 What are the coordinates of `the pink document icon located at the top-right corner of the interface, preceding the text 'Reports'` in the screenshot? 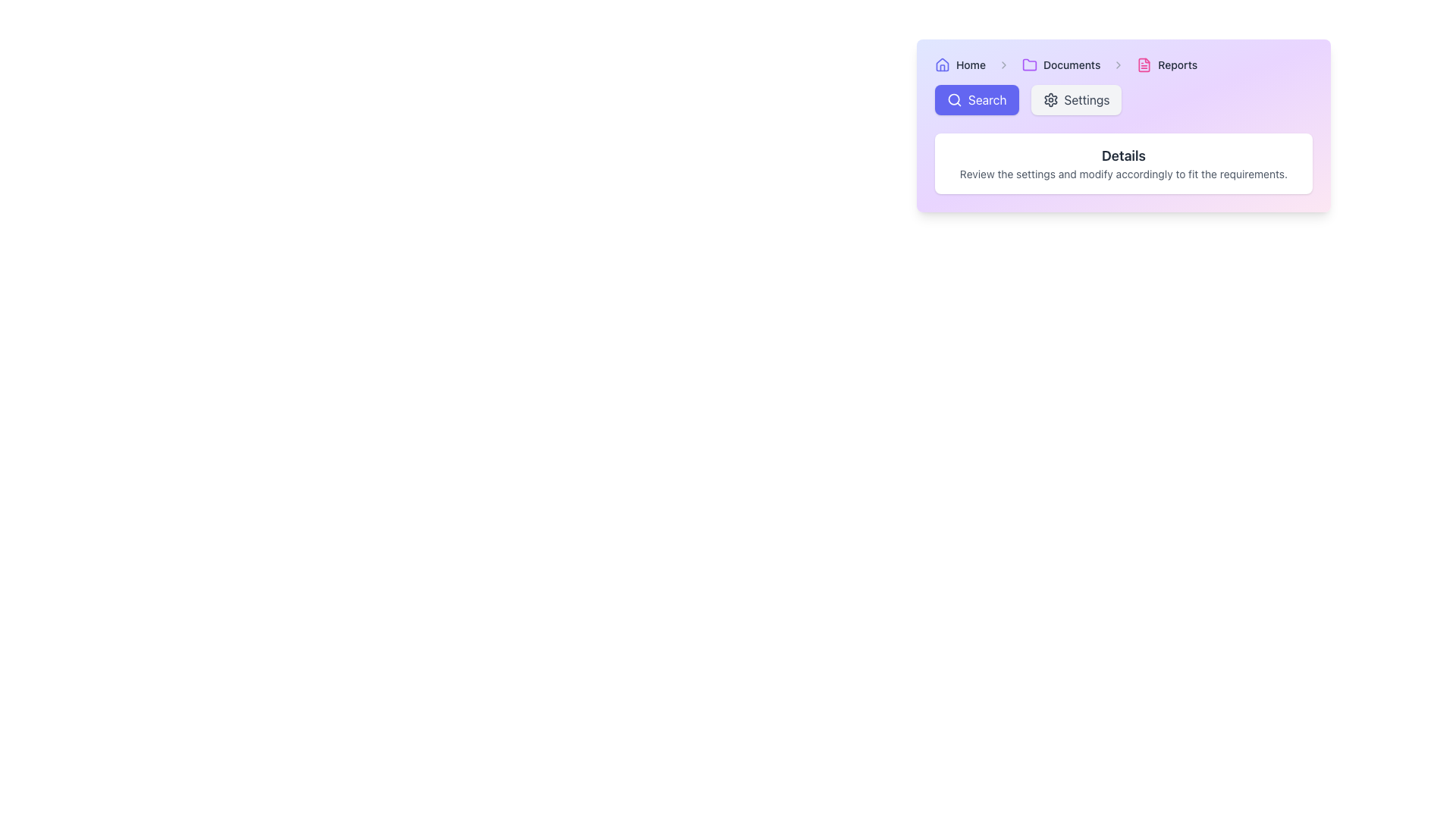 It's located at (1144, 64).